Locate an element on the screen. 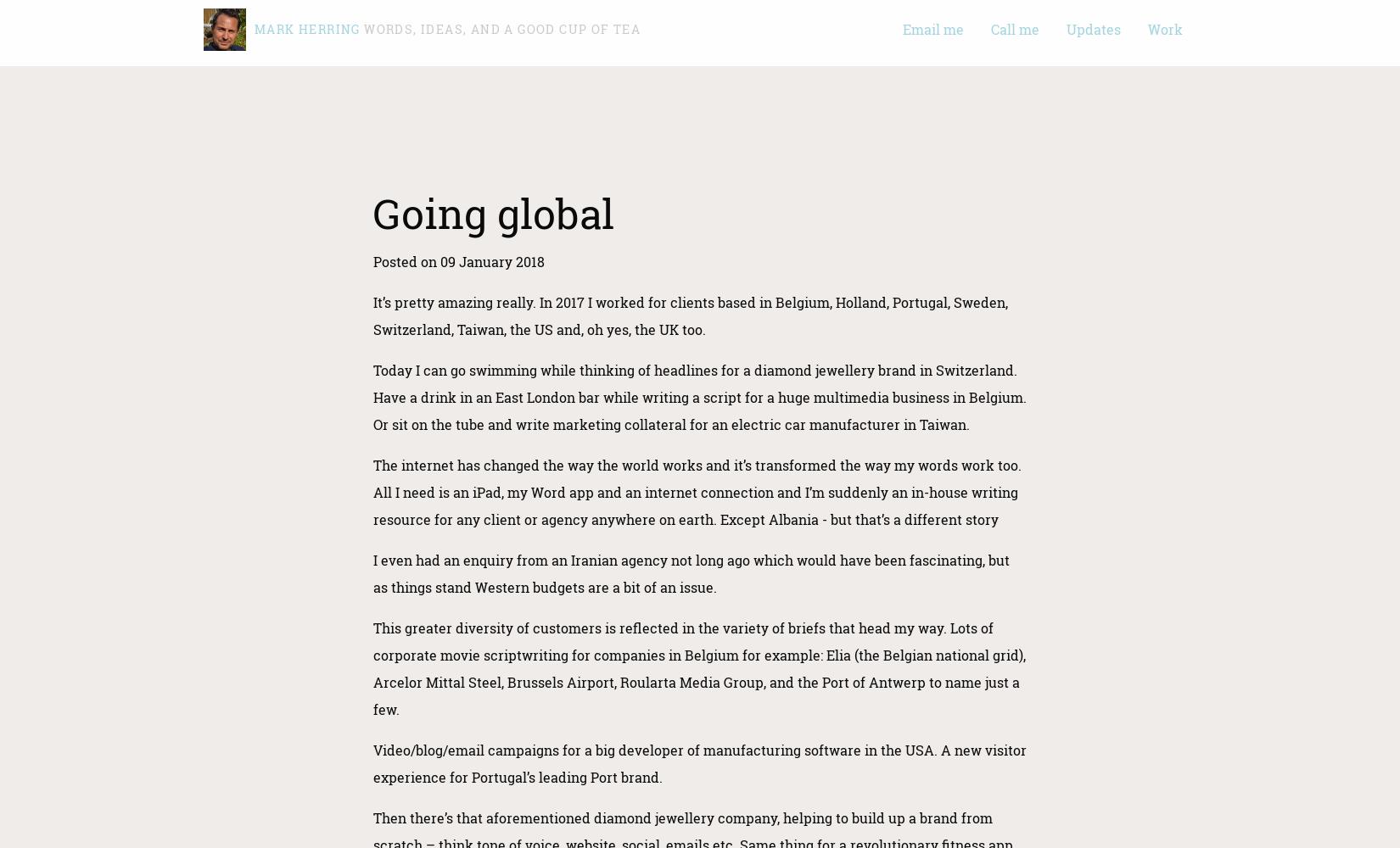 The width and height of the screenshot is (1400, 848). 'Going global' is located at coordinates (492, 213).